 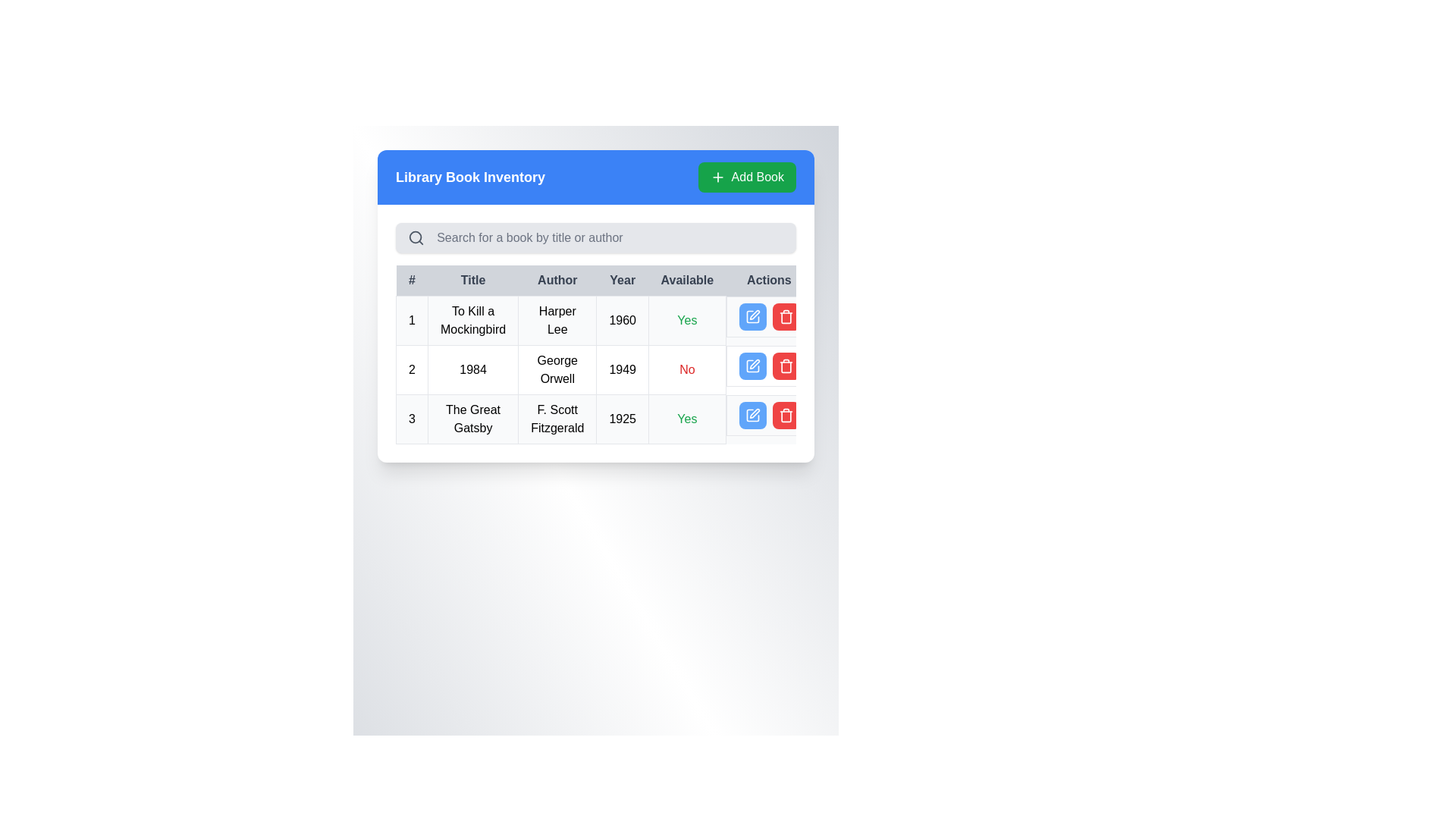 I want to click on text label containing 'Yes' displayed in green color located in the fifth column of the third row under the 'Available' header in a structured data table, so click(x=686, y=419).